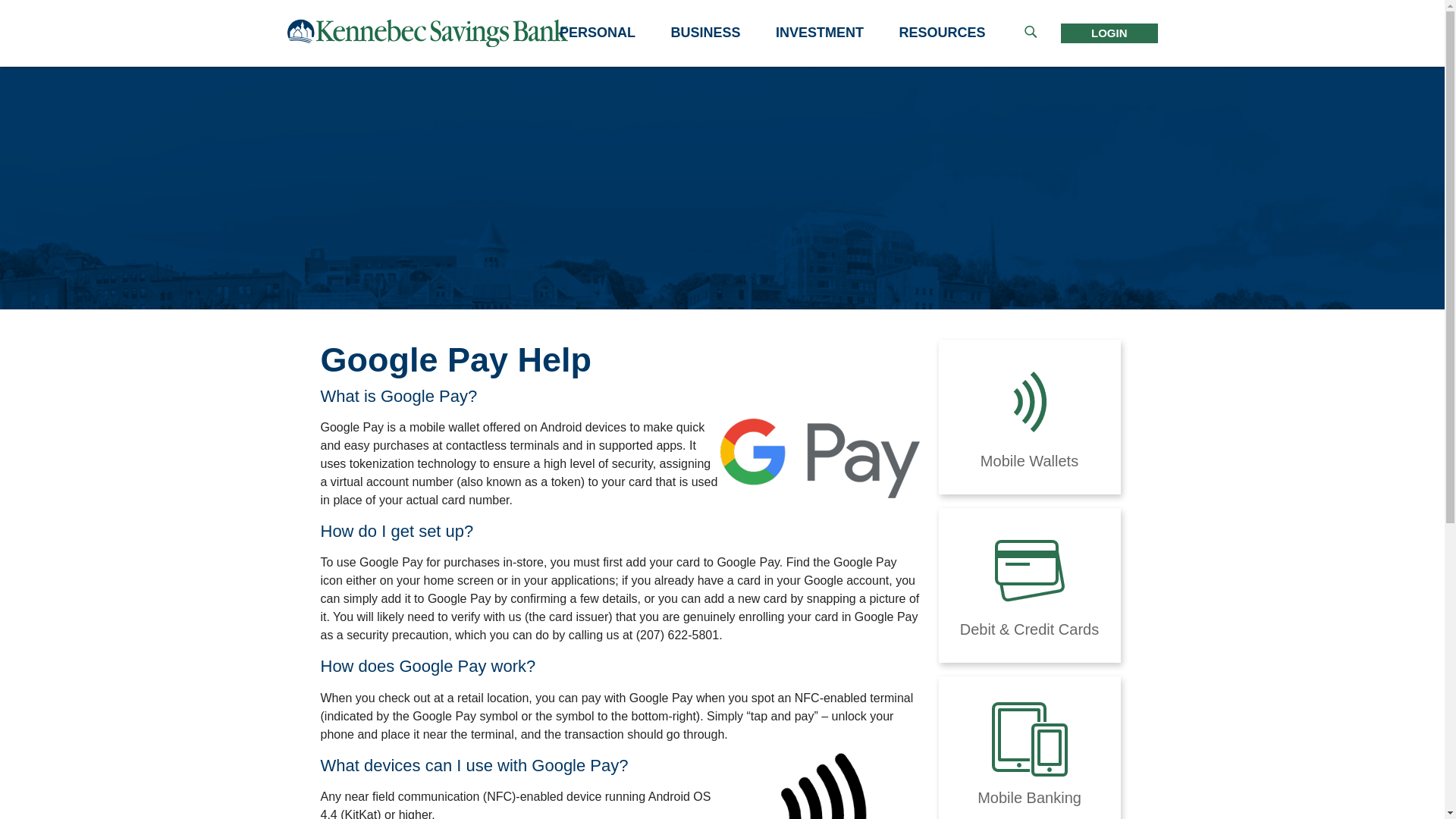 This screenshot has width=1456, height=819. What do you see at coordinates (767, 33) in the screenshot?
I see `'INVESTMENT'` at bounding box center [767, 33].